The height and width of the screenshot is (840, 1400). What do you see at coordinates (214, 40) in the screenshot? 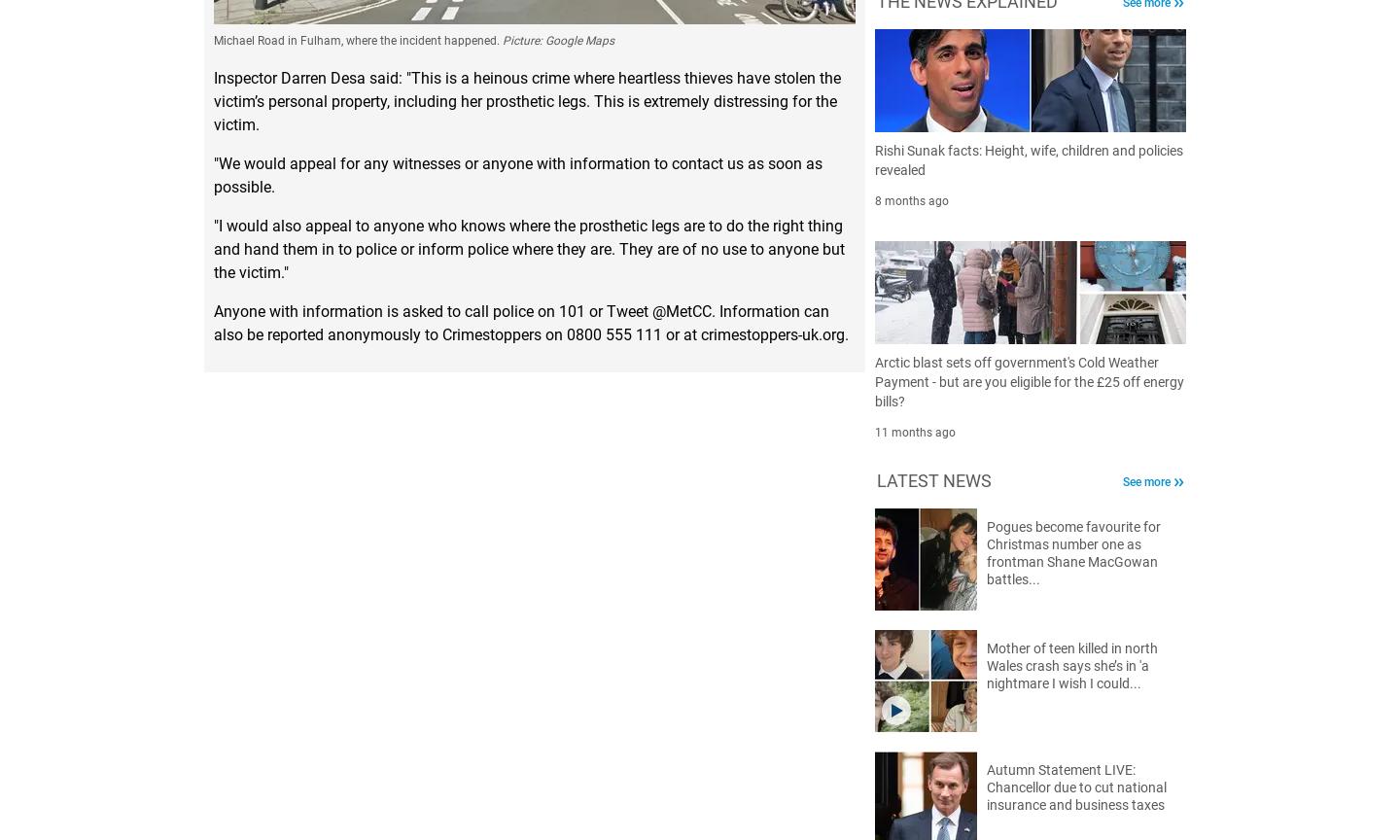
I see `'Michael Road in Fulham, where the incident happened.'` at bounding box center [214, 40].